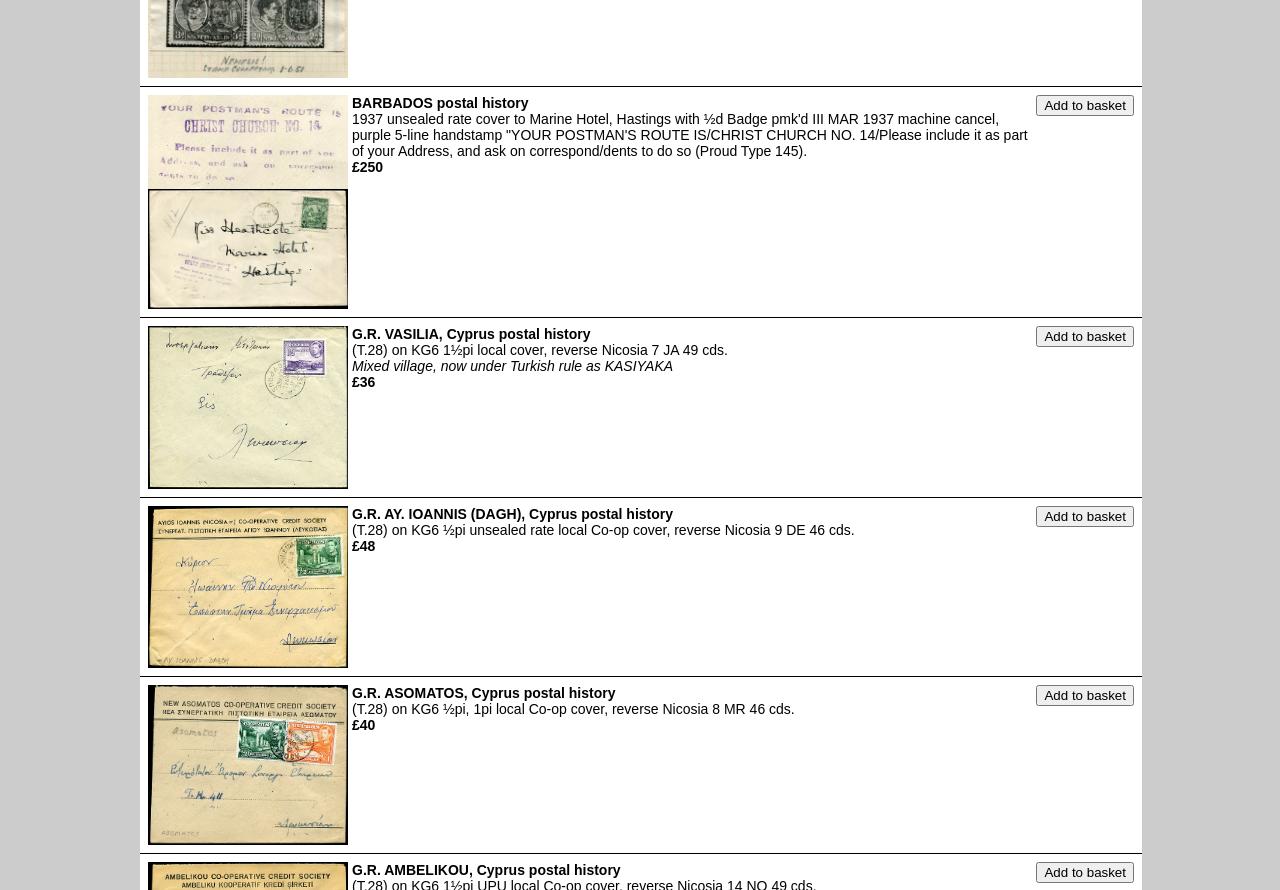 This screenshot has height=890, width=1280. Describe the element at coordinates (470, 333) in the screenshot. I see `'G.R. VASILIA, Cyprus postal history'` at that location.